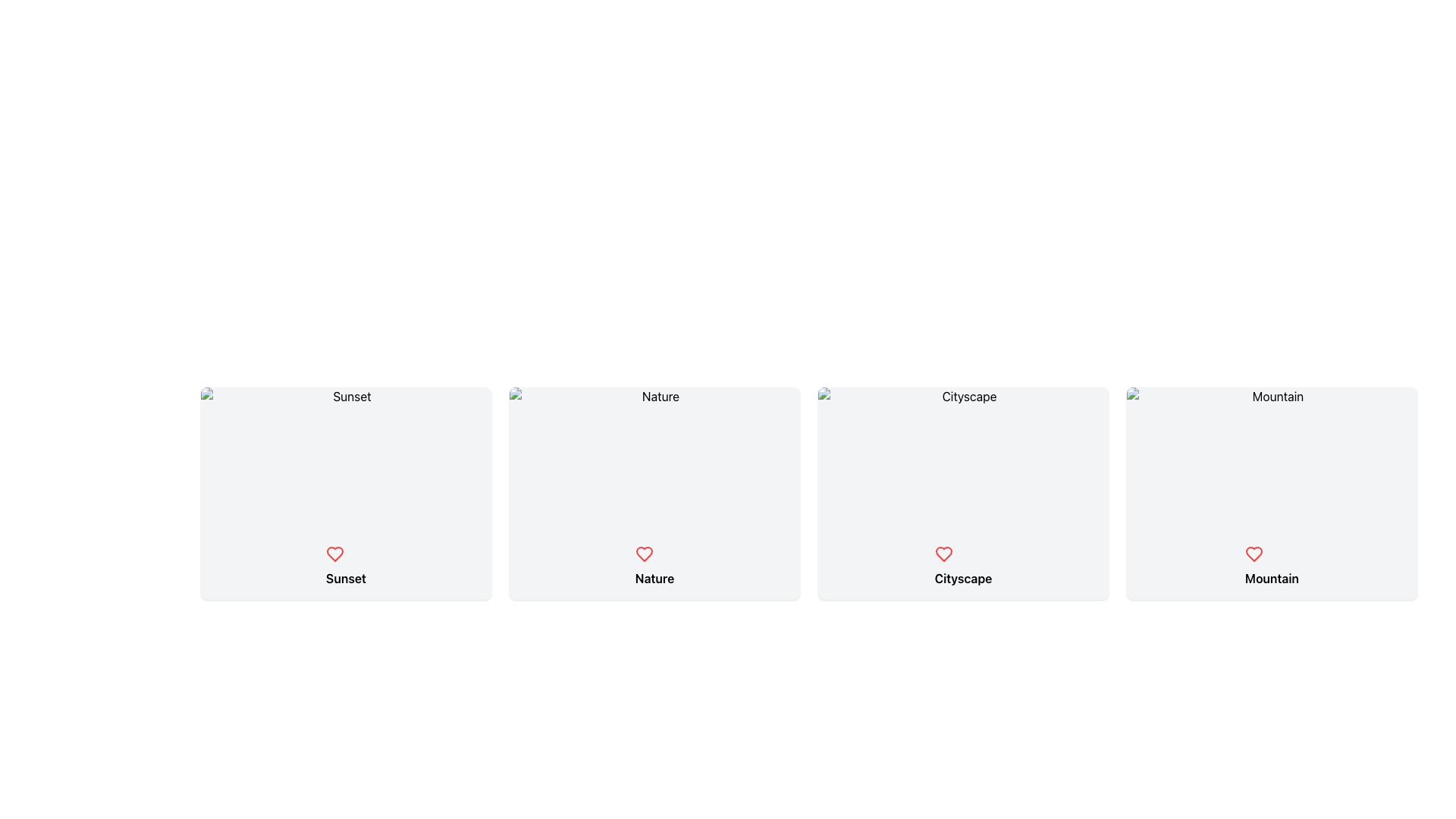 The width and height of the screenshot is (1456, 819). What do you see at coordinates (1272, 494) in the screenshot?
I see `the fourth card in the grid labeled 'Mountain', which features a red heart icon and an image placeholder, located in the top-right region with a light gray background` at bounding box center [1272, 494].